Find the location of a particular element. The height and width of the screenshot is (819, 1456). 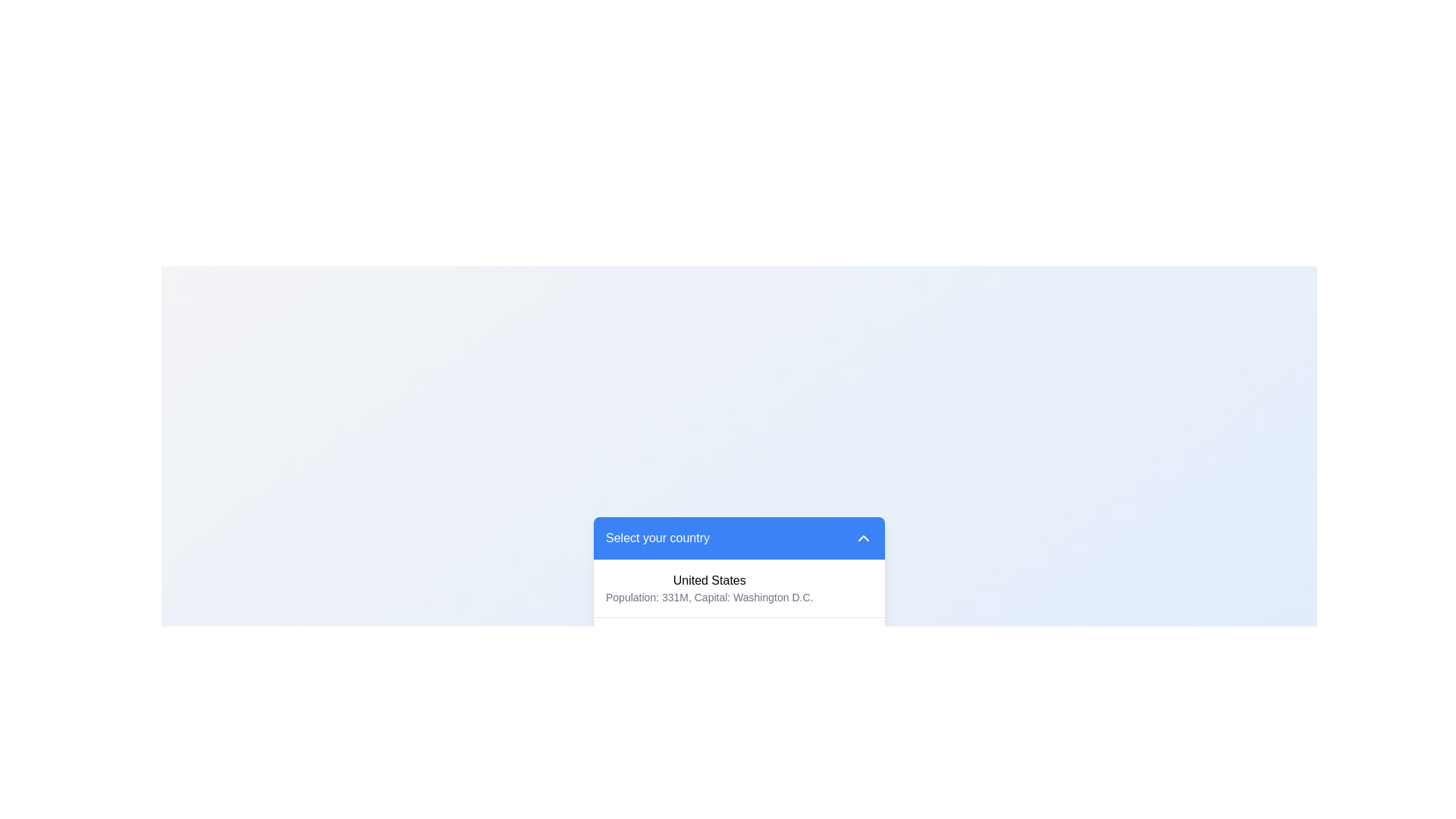

the 'United States' text block located in the upper section of the dropdown box under the title 'Select your country' is located at coordinates (708, 580).